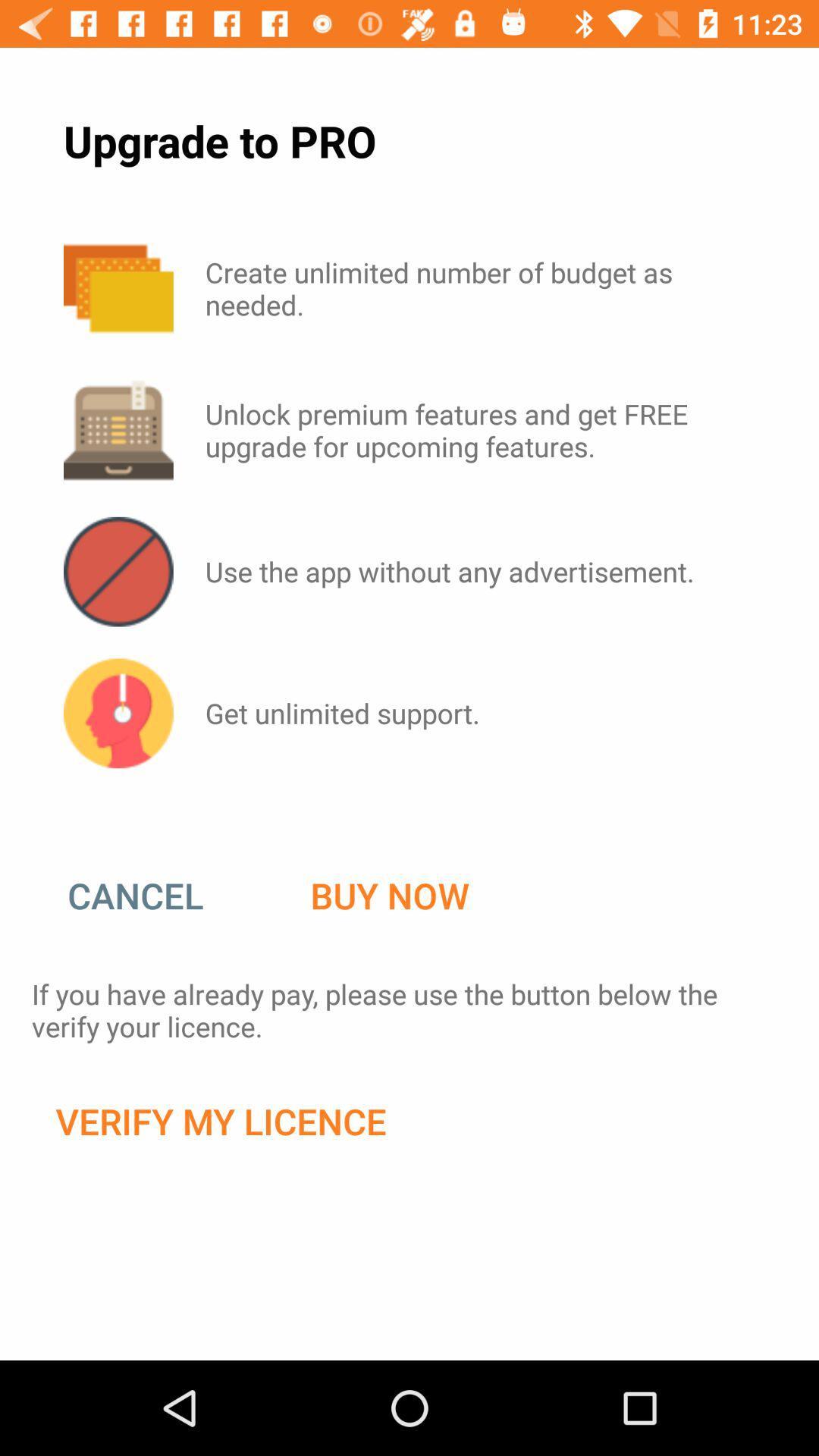 The height and width of the screenshot is (1456, 819). What do you see at coordinates (389, 896) in the screenshot?
I see `the buy now icon` at bounding box center [389, 896].